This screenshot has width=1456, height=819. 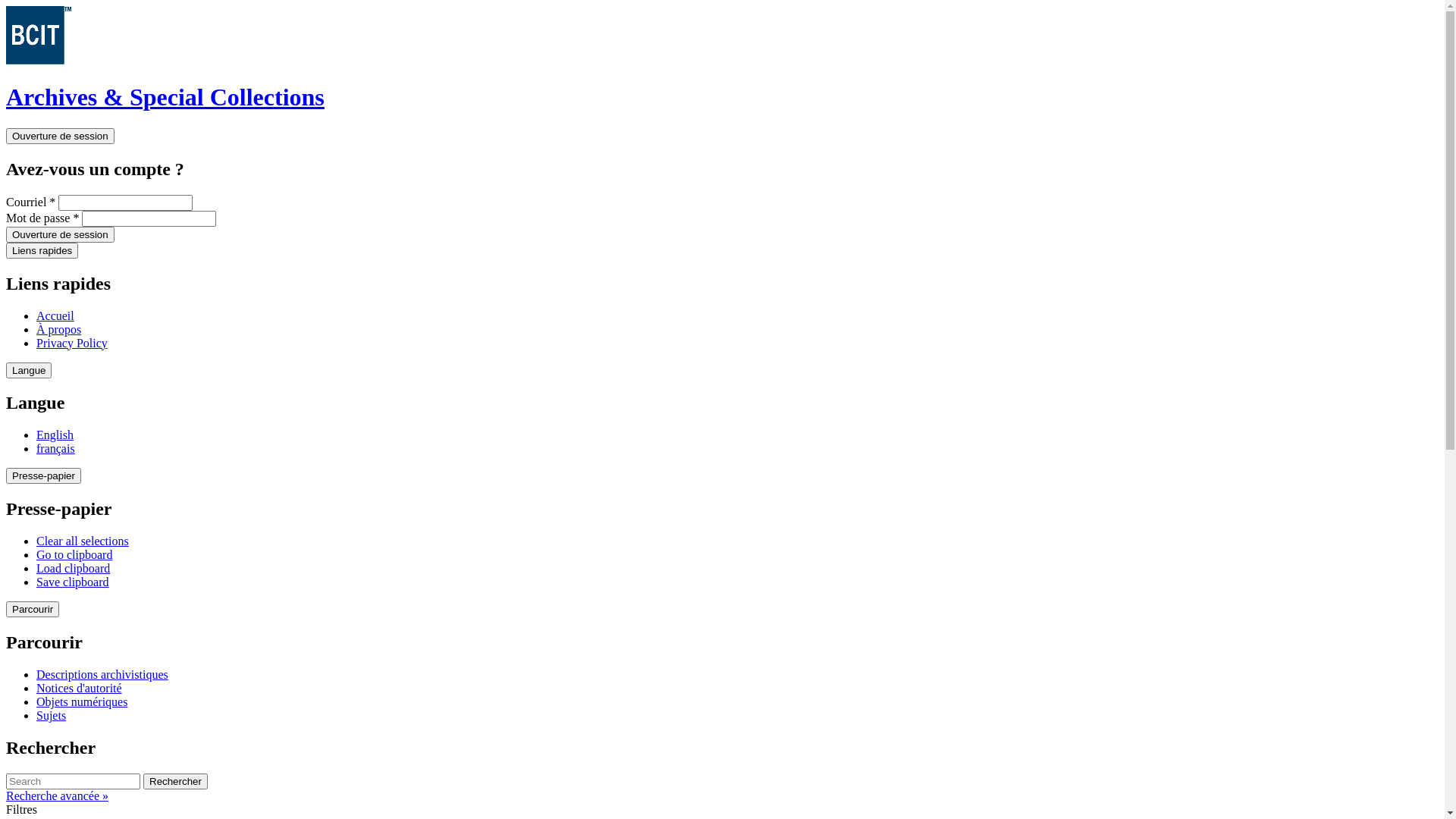 I want to click on 'English', so click(x=55, y=435).